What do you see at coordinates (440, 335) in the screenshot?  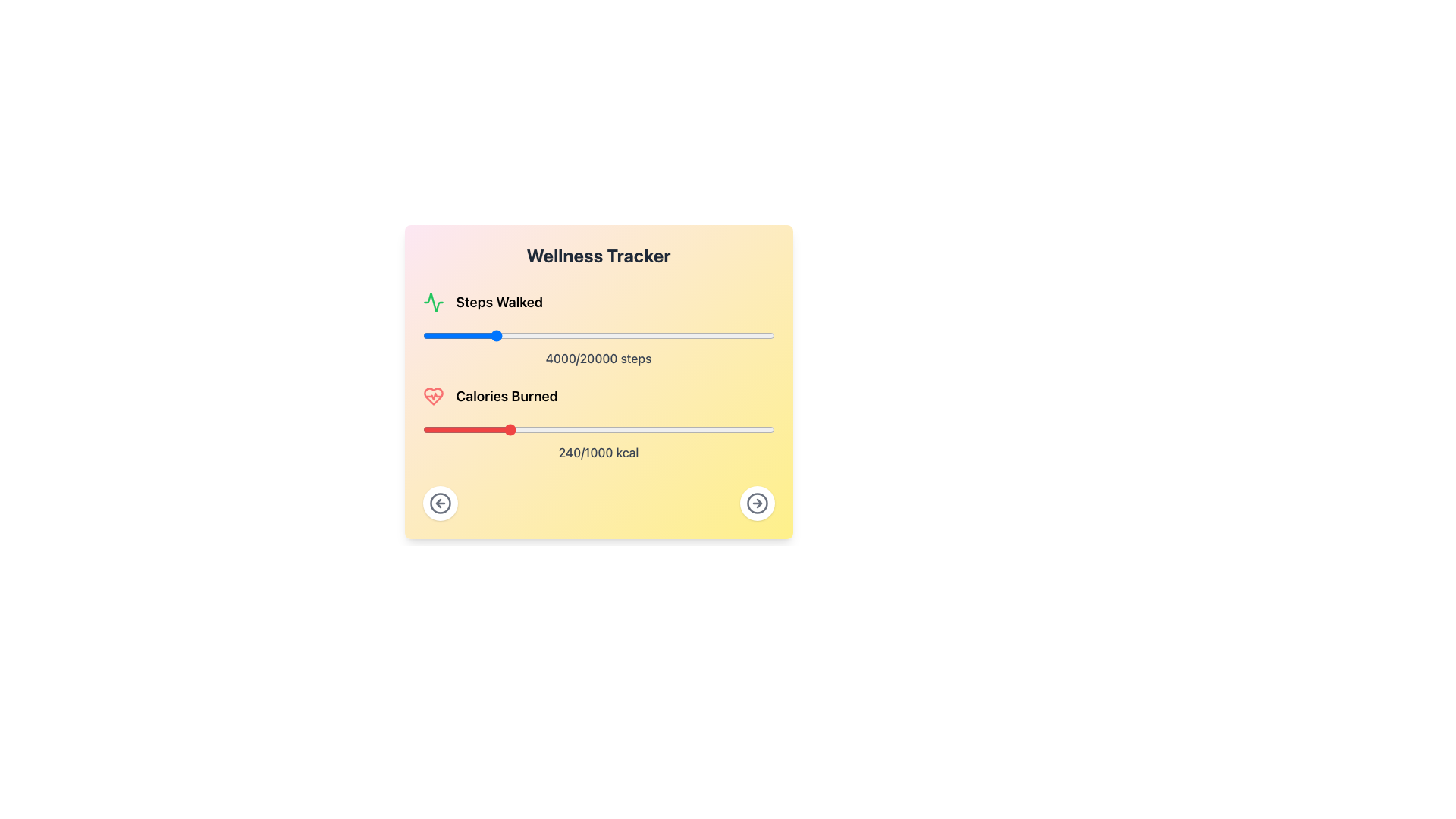 I see `the 'Steps Walked' slider` at bounding box center [440, 335].